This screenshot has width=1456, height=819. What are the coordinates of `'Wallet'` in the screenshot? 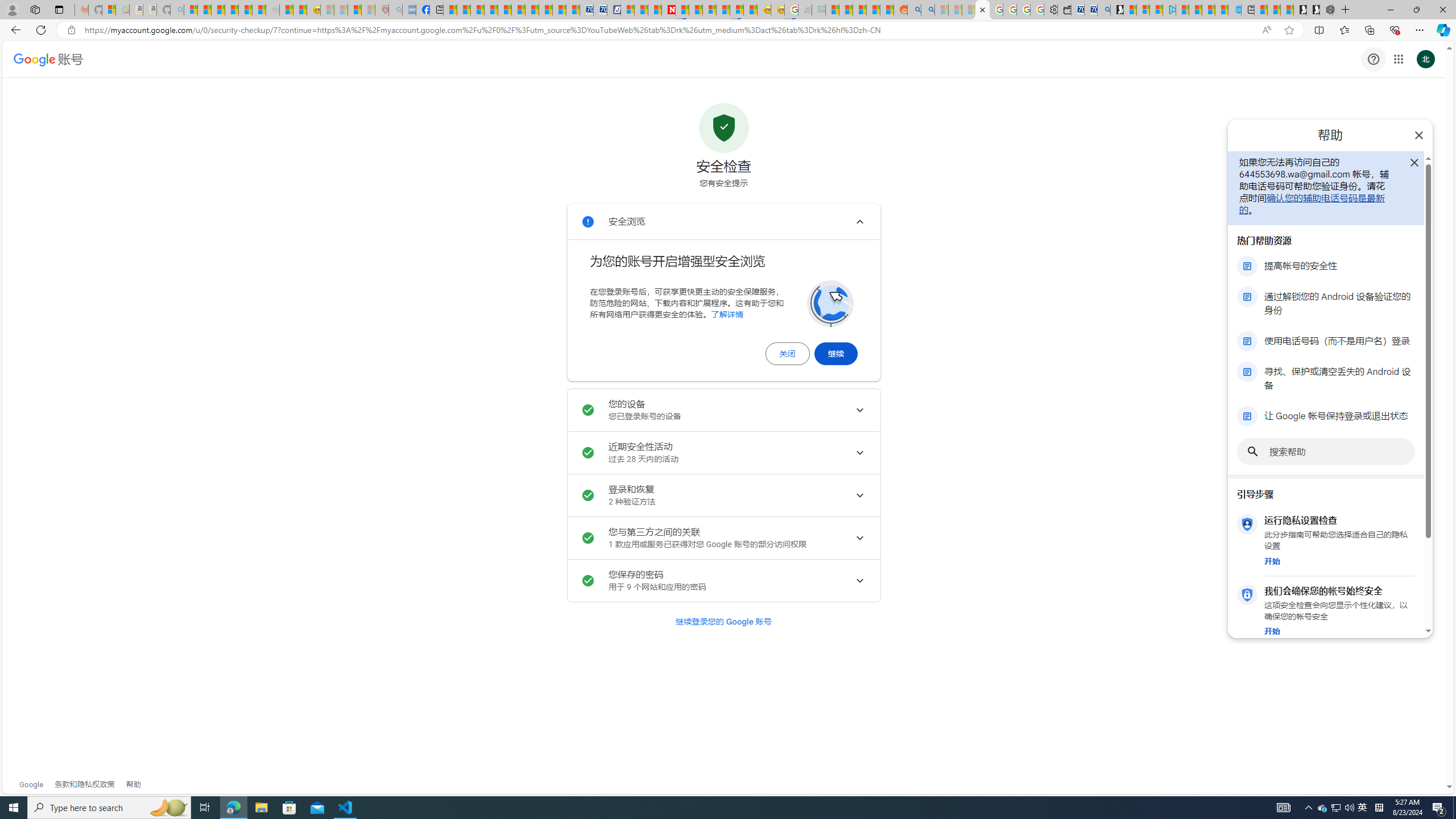 It's located at (1064, 9).